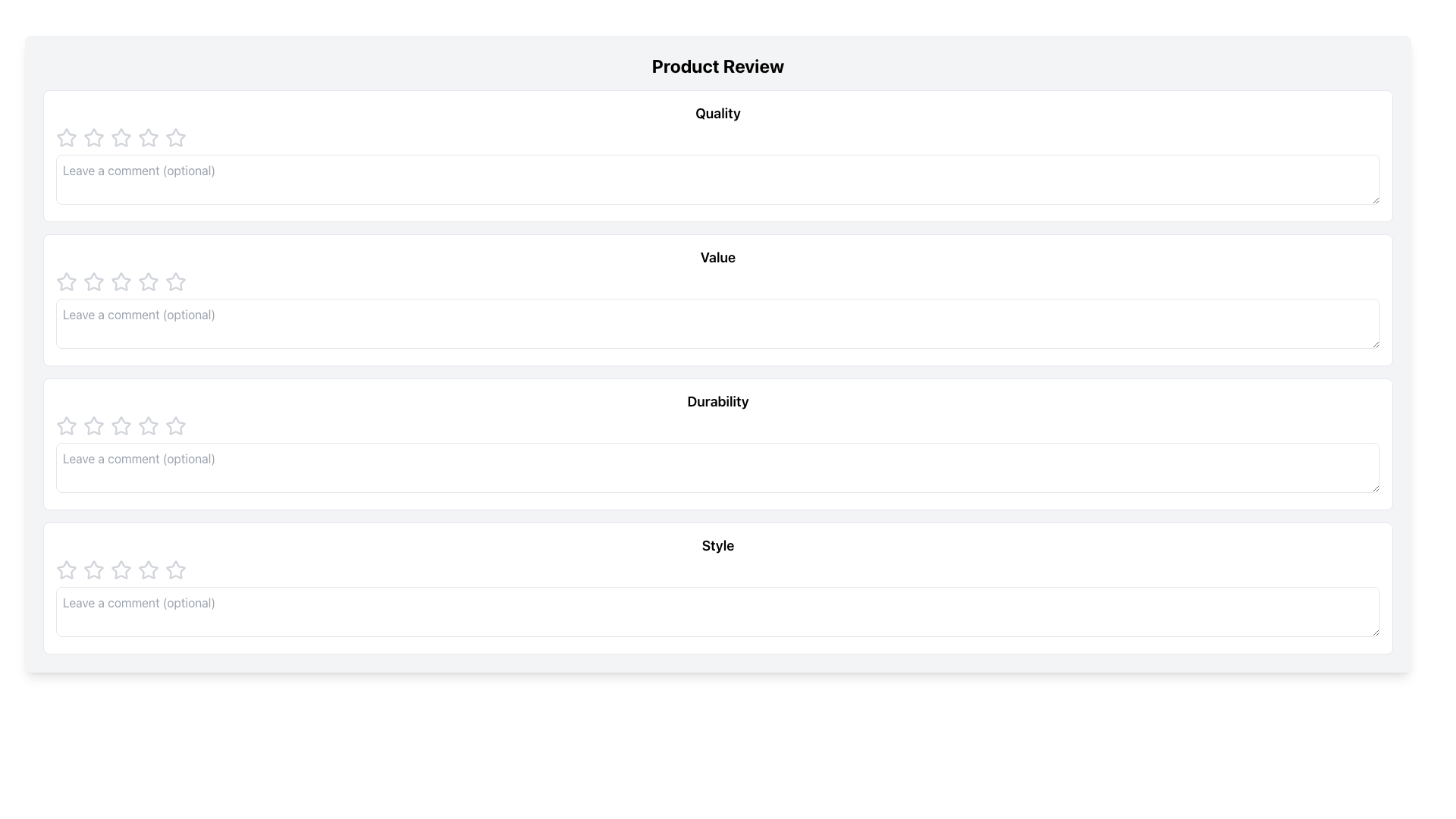 This screenshot has height=819, width=1456. Describe the element at coordinates (717, 281) in the screenshot. I see `the 'Value' rating component which consists of star icons in the middle of the review panel` at that location.